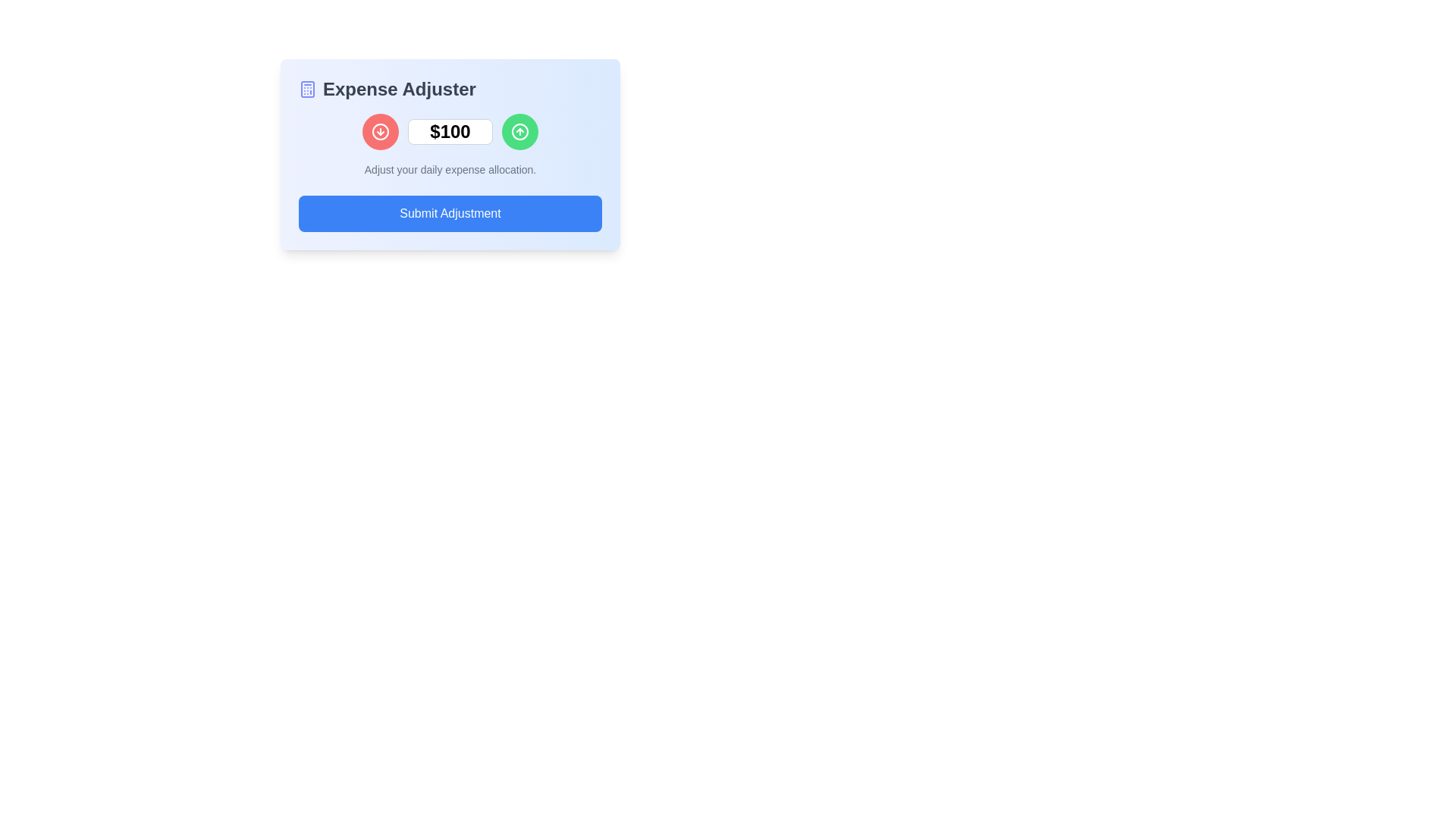 This screenshot has height=819, width=1456. Describe the element at coordinates (450, 130) in the screenshot. I see `the text input field in the 'Expense Adjuster' section to focus and edit its value` at that location.